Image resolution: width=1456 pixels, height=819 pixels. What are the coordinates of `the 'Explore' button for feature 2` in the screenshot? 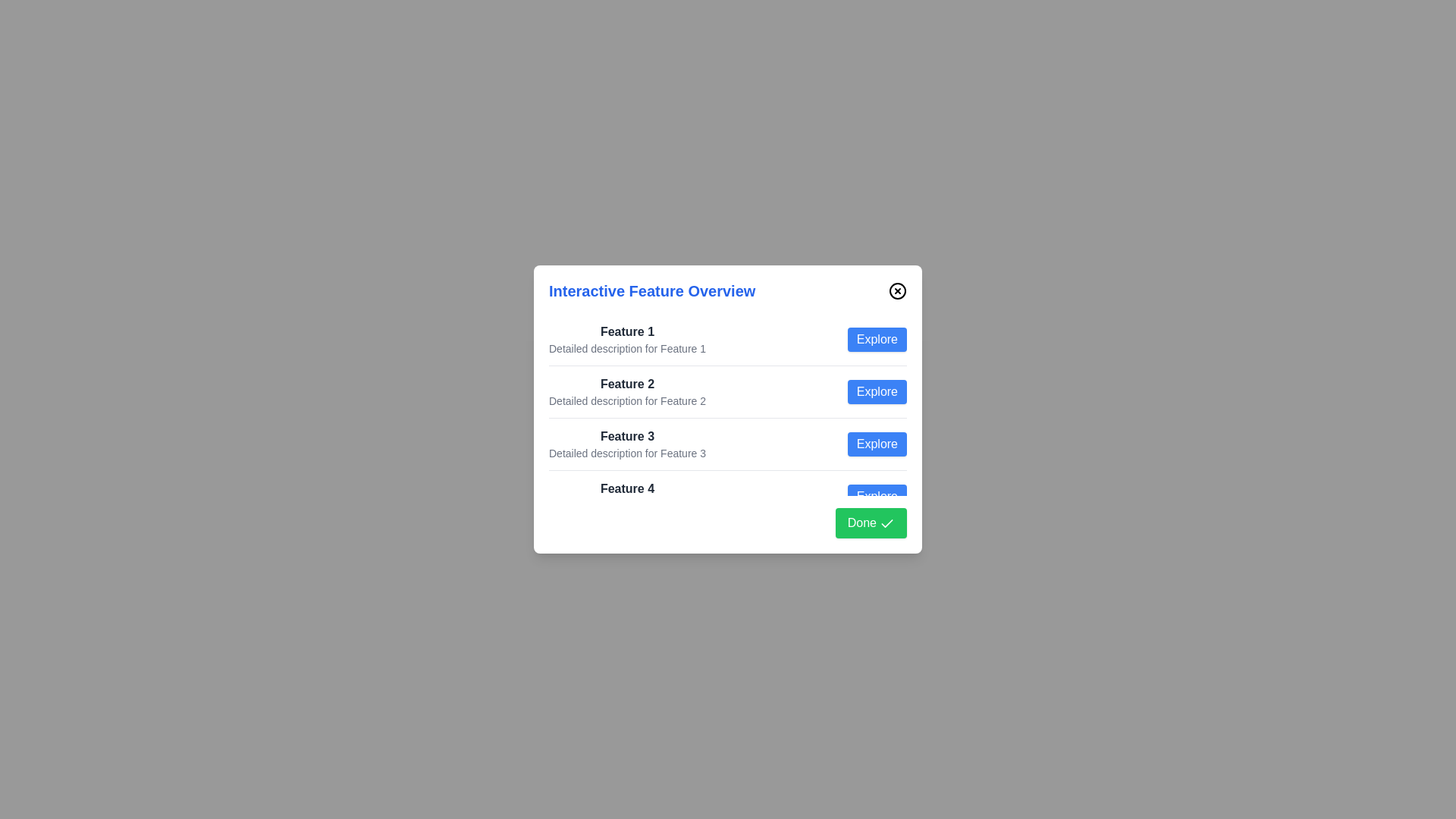 It's located at (877, 391).